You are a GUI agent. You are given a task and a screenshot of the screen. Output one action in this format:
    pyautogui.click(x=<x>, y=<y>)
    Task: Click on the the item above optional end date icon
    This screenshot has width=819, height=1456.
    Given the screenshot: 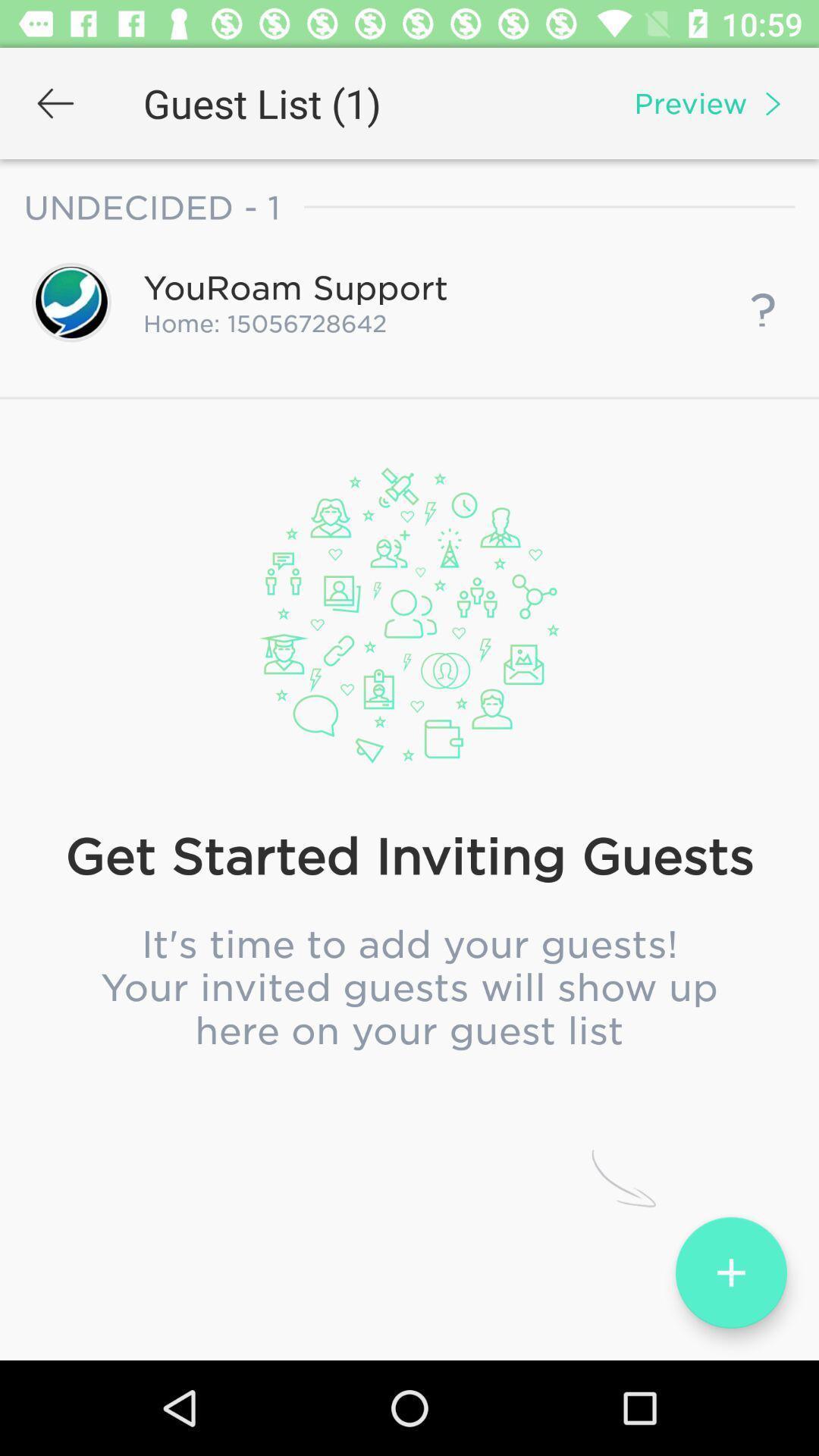 What is the action you would take?
    pyautogui.click(x=409, y=630)
    